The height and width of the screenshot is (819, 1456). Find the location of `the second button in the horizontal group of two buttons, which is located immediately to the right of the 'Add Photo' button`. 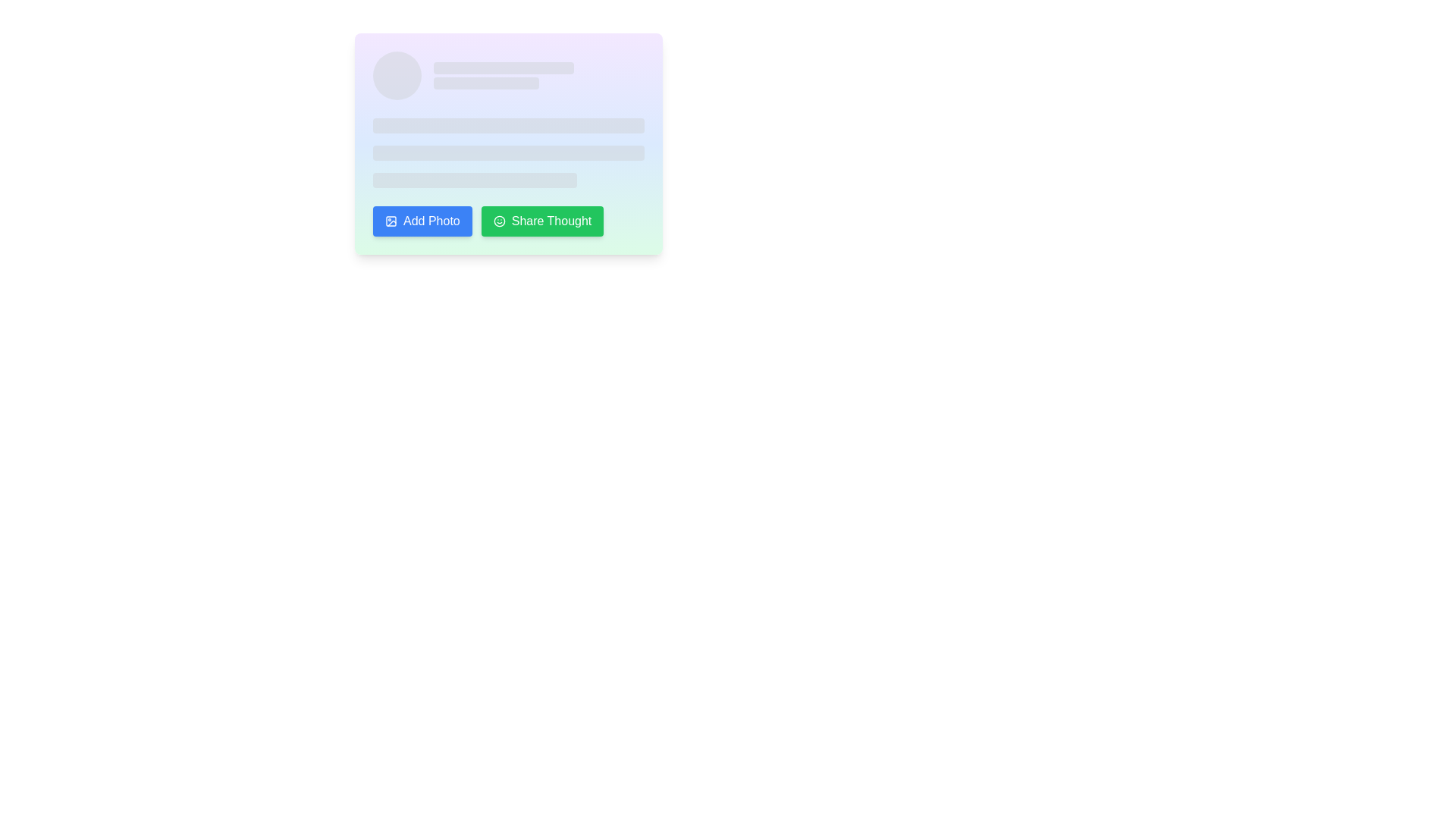

the second button in the horizontal group of two buttons, which is located immediately to the right of the 'Add Photo' button is located at coordinates (542, 221).